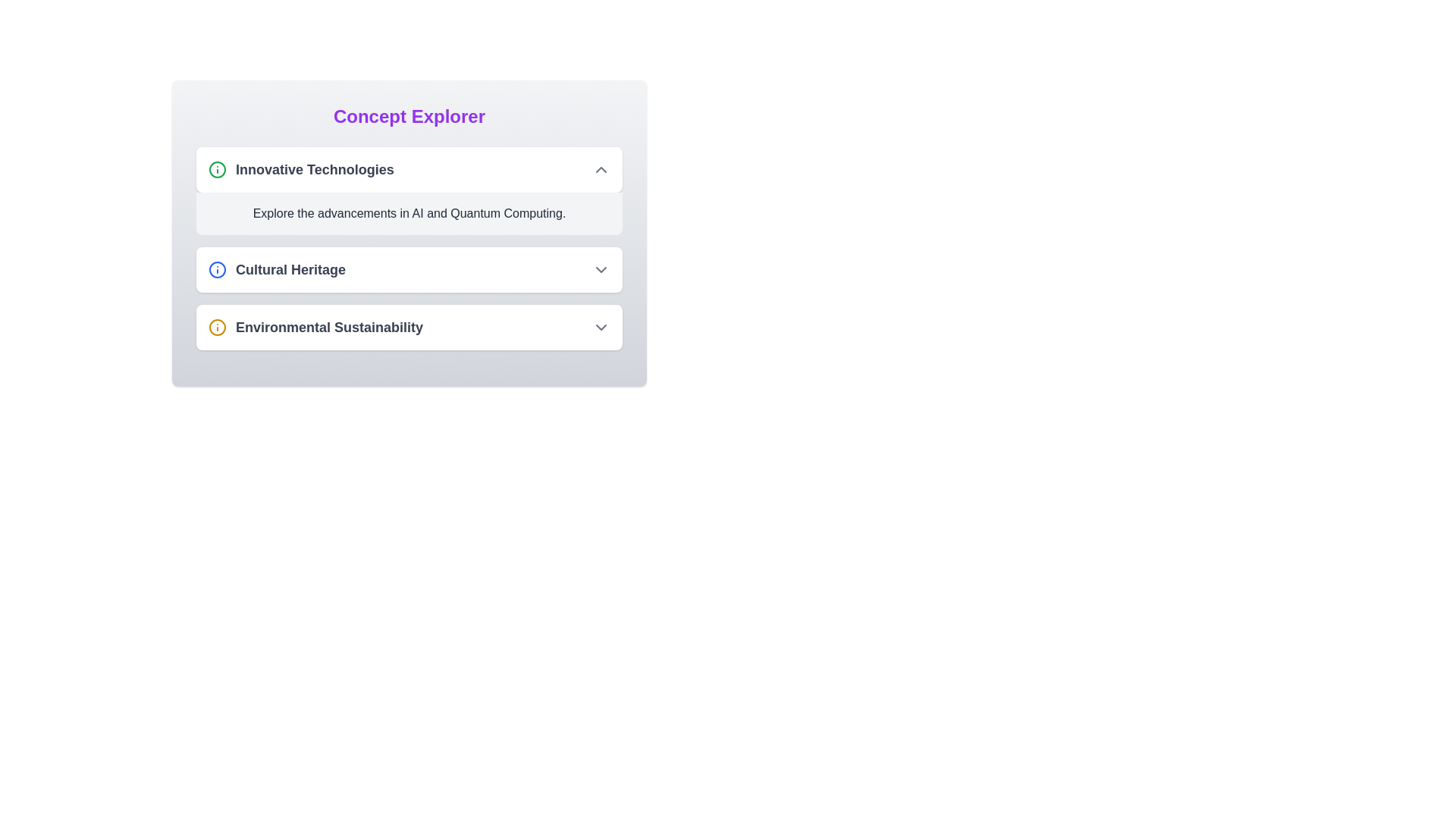 This screenshot has height=819, width=1456. Describe the element at coordinates (277, 268) in the screenshot. I see `the 'Cultural Heritage' label located in the second section of the vertically stacked list under the main heading 'Concept Explorer', positioned below 'Innovative Technologies' and above 'Environmental Sustainability'` at that location.